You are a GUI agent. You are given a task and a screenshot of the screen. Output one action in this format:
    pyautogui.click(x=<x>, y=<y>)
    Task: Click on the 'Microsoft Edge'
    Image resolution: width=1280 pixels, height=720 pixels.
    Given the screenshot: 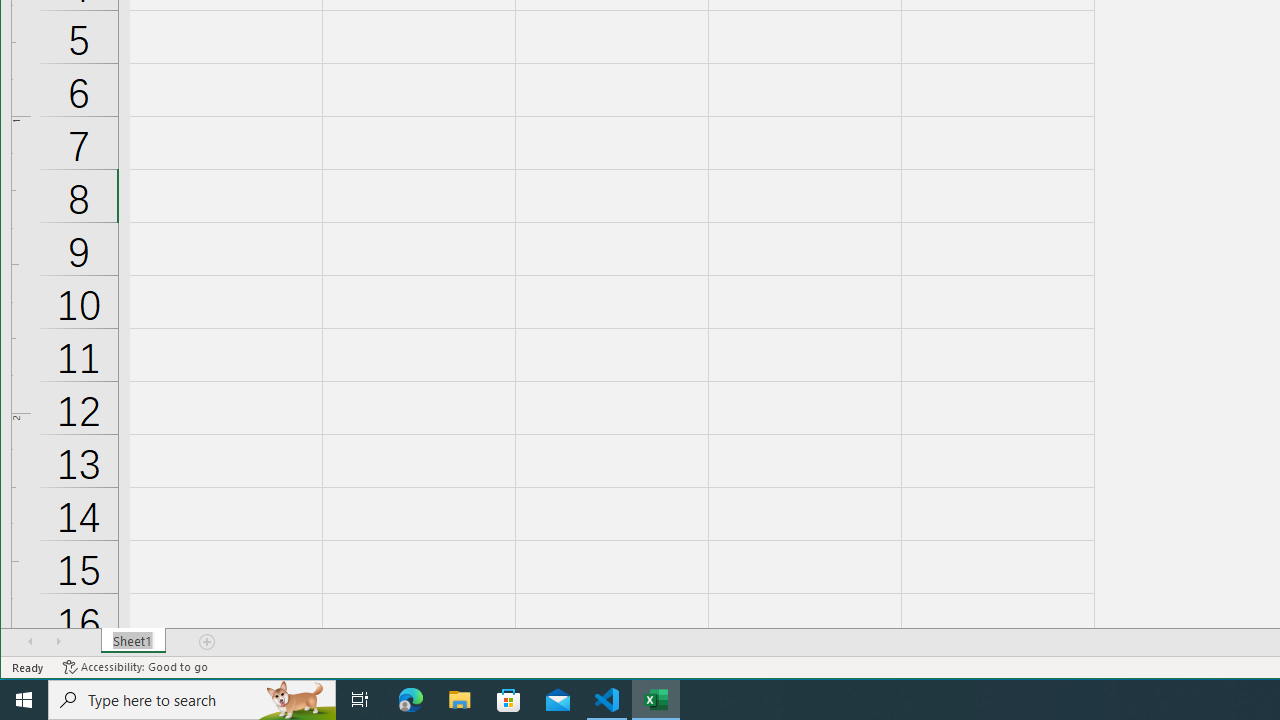 What is the action you would take?
    pyautogui.click(x=410, y=698)
    